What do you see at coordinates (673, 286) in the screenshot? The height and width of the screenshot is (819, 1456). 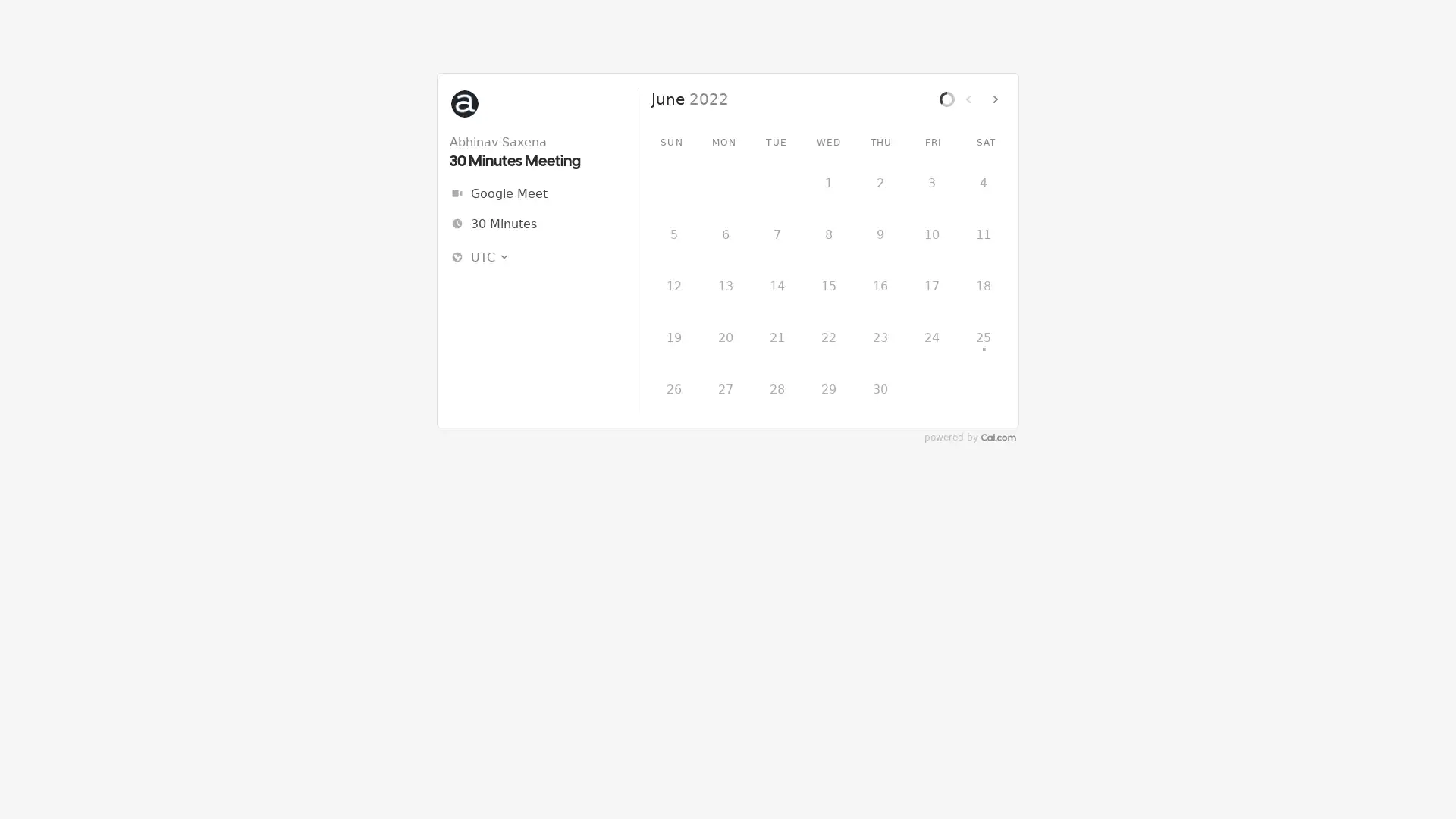 I see `12` at bounding box center [673, 286].